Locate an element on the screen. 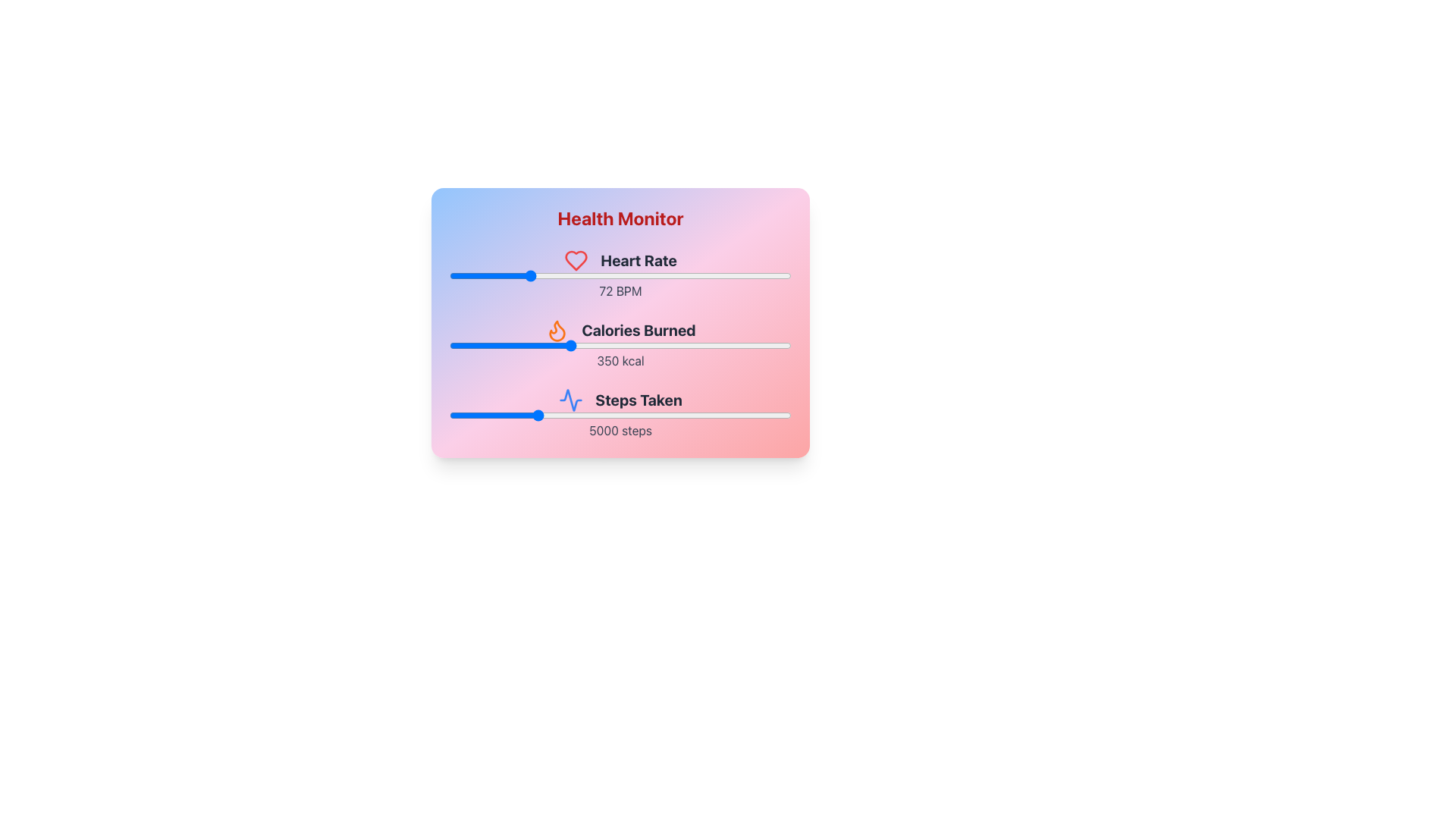 This screenshot has height=819, width=1456. calories burned is located at coordinates (546, 345).